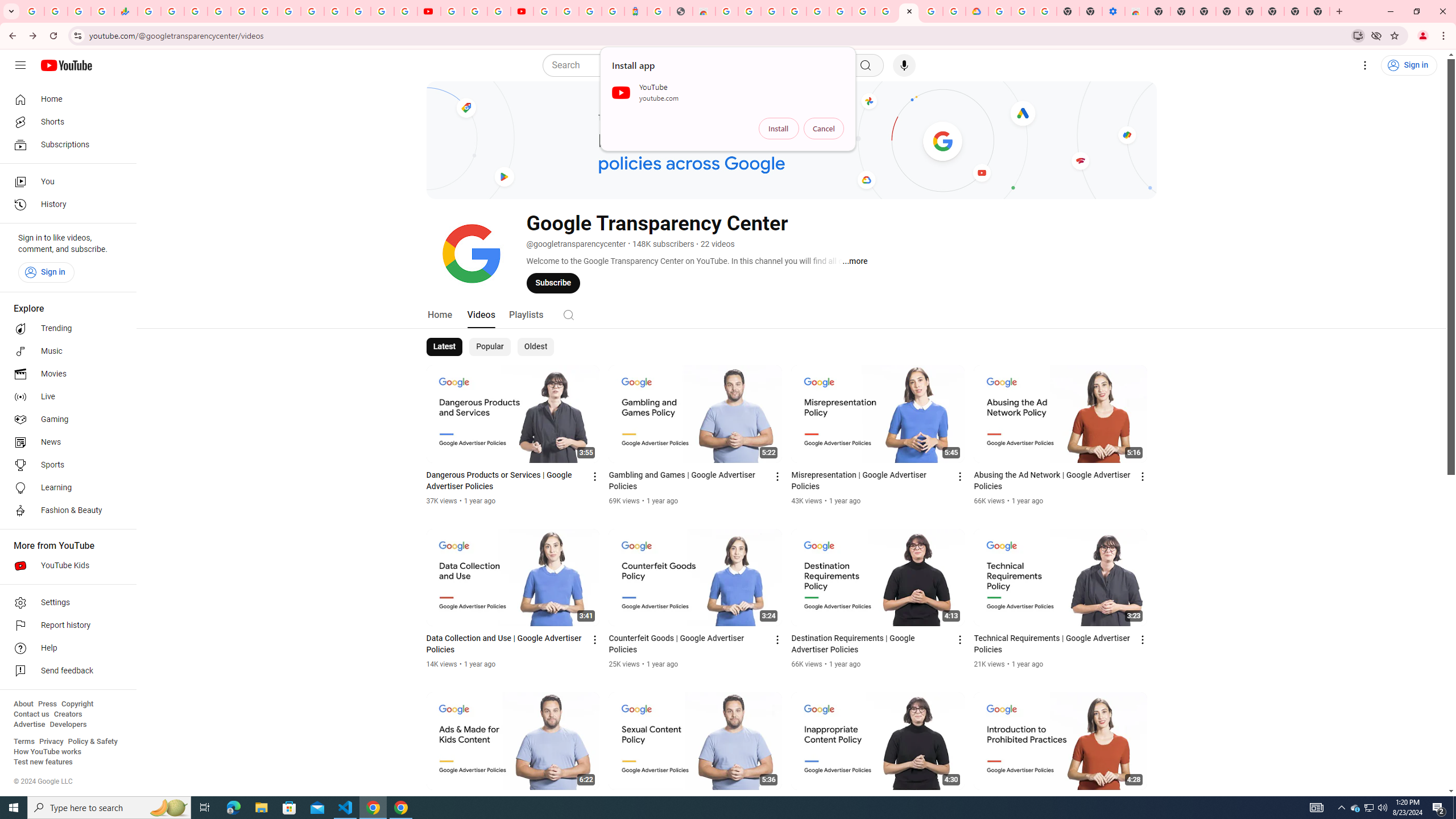  What do you see at coordinates (23, 704) in the screenshot?
I see `'About'` at bounding box center [23, 704].